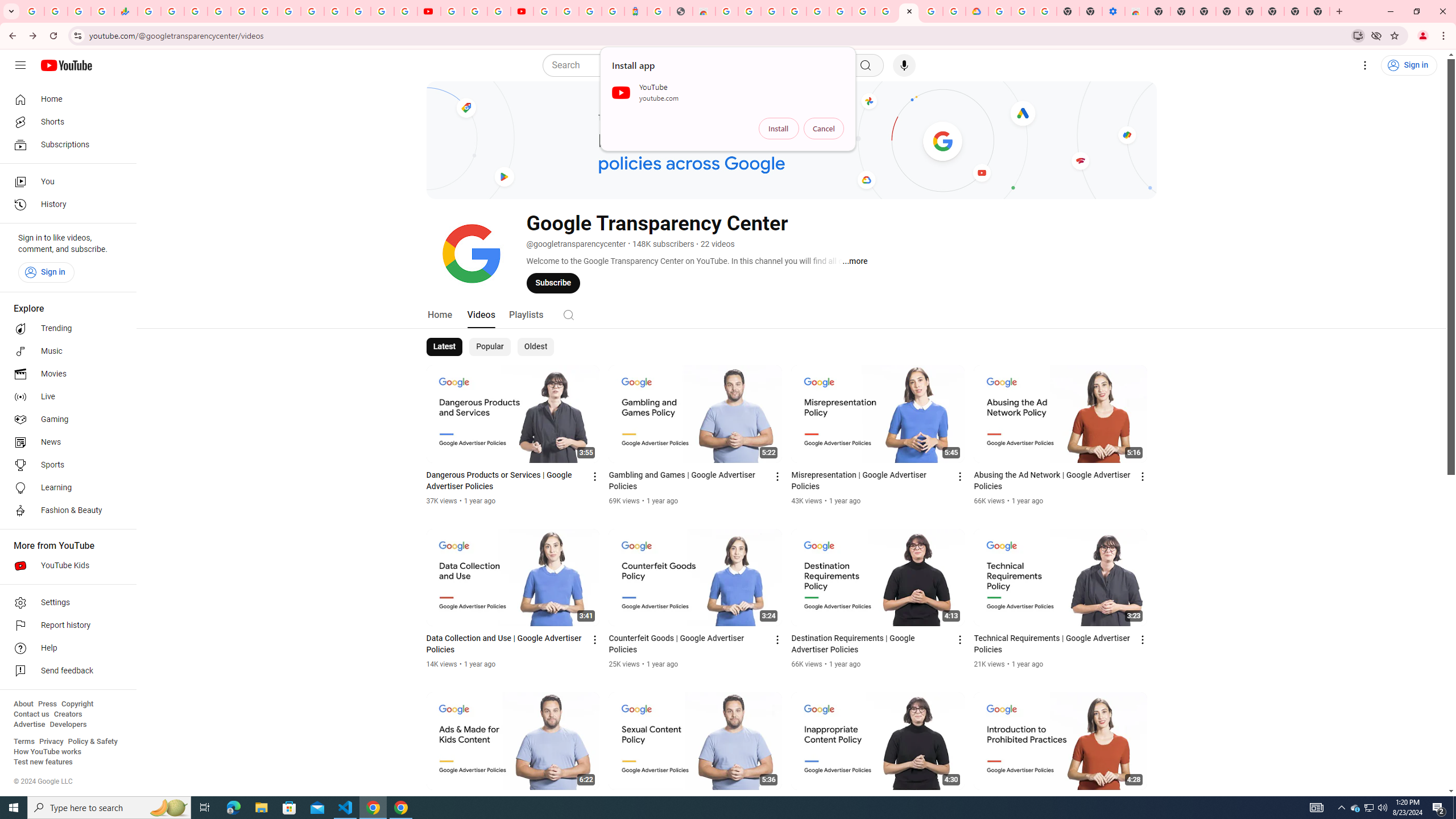  What do you see at coordinates (23, 704) in the screenshot?
I see `'About'` at bounding box center [23, 704].